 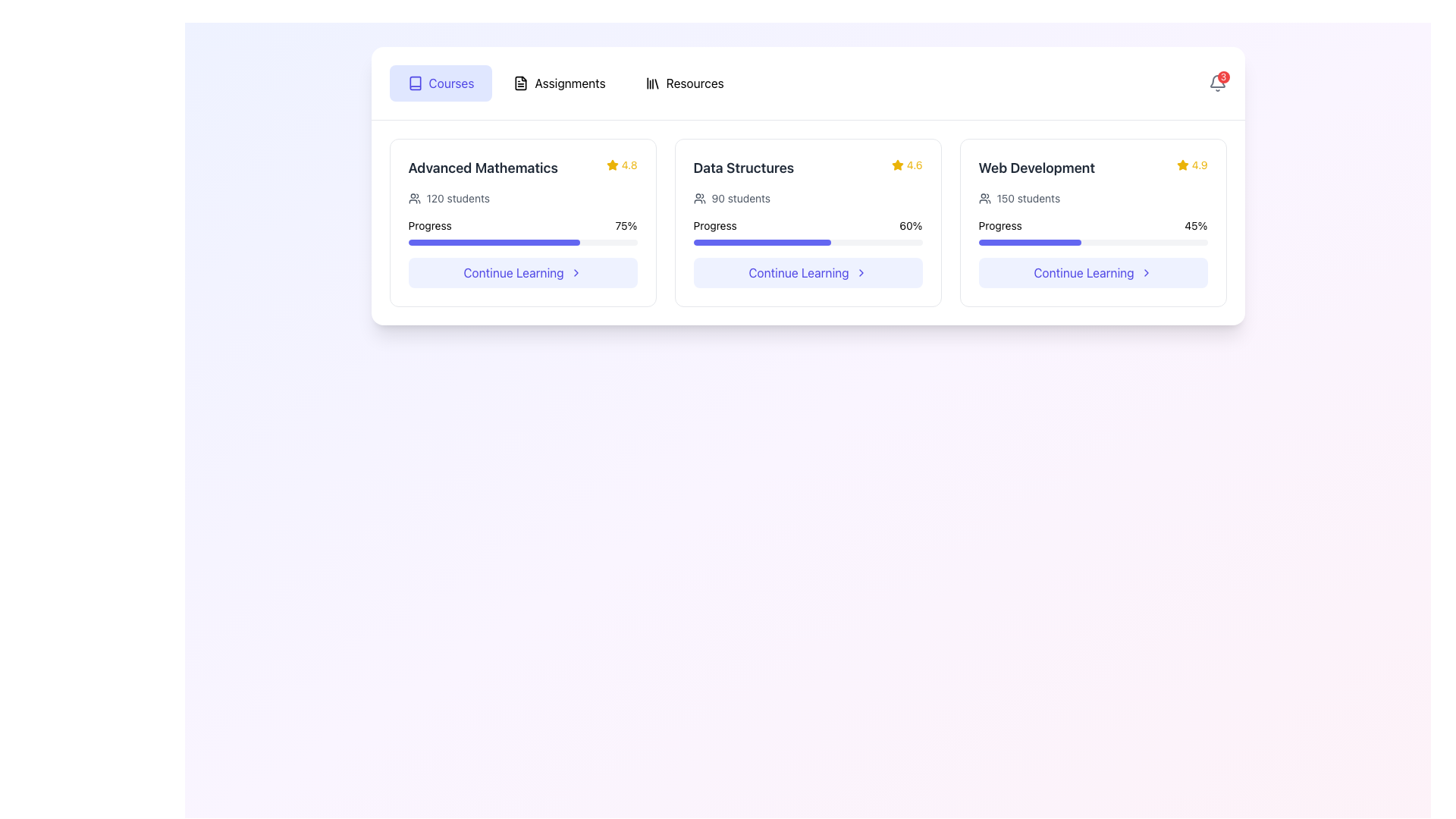 What do you see at coordinates (450, 83) in the screenshot?
I see `the 'Courses' navigation text located within the button at the top left area of the interface` at bounding box center [450, 83].